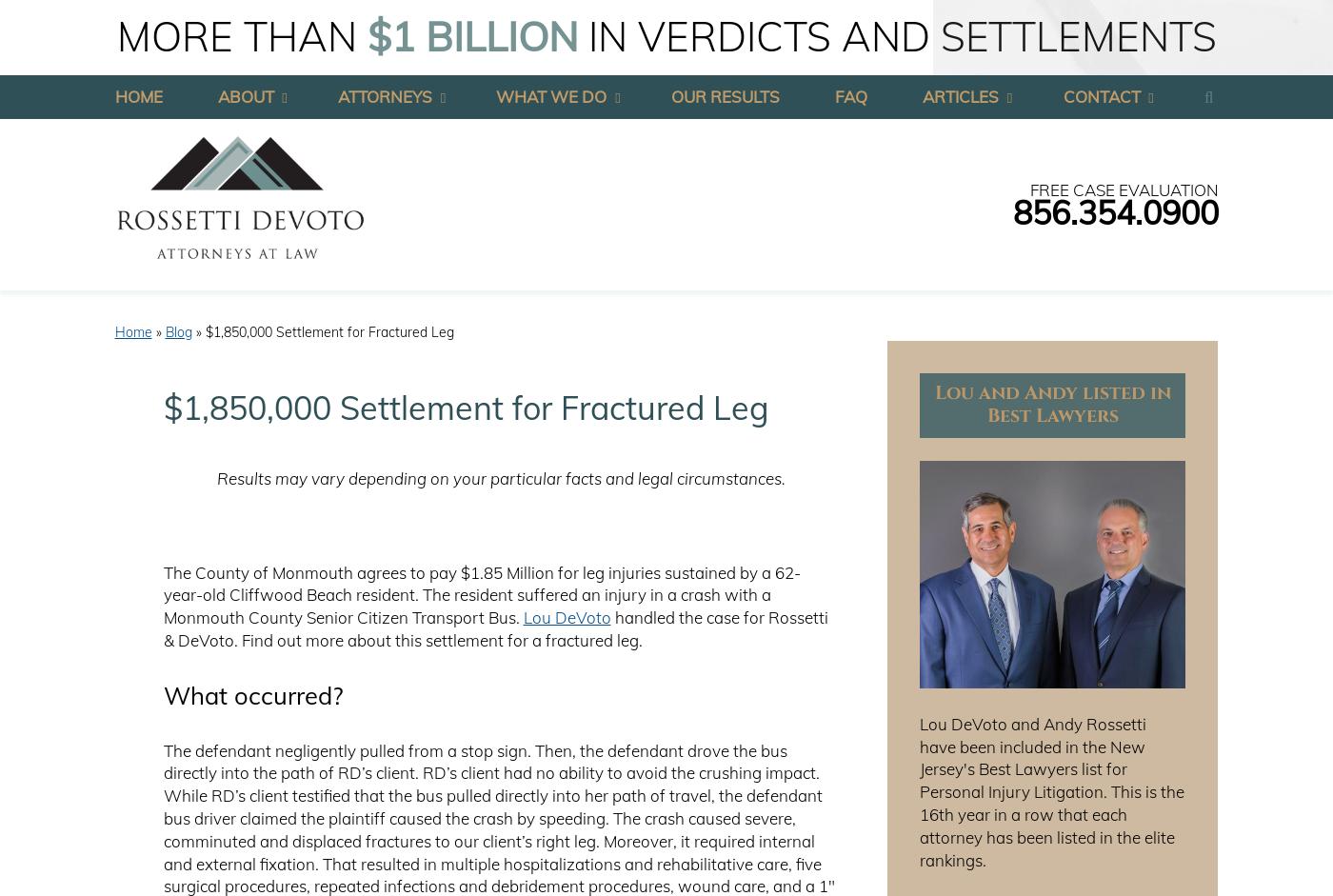  I want to click on 'What occurred?', so click(252, 694).